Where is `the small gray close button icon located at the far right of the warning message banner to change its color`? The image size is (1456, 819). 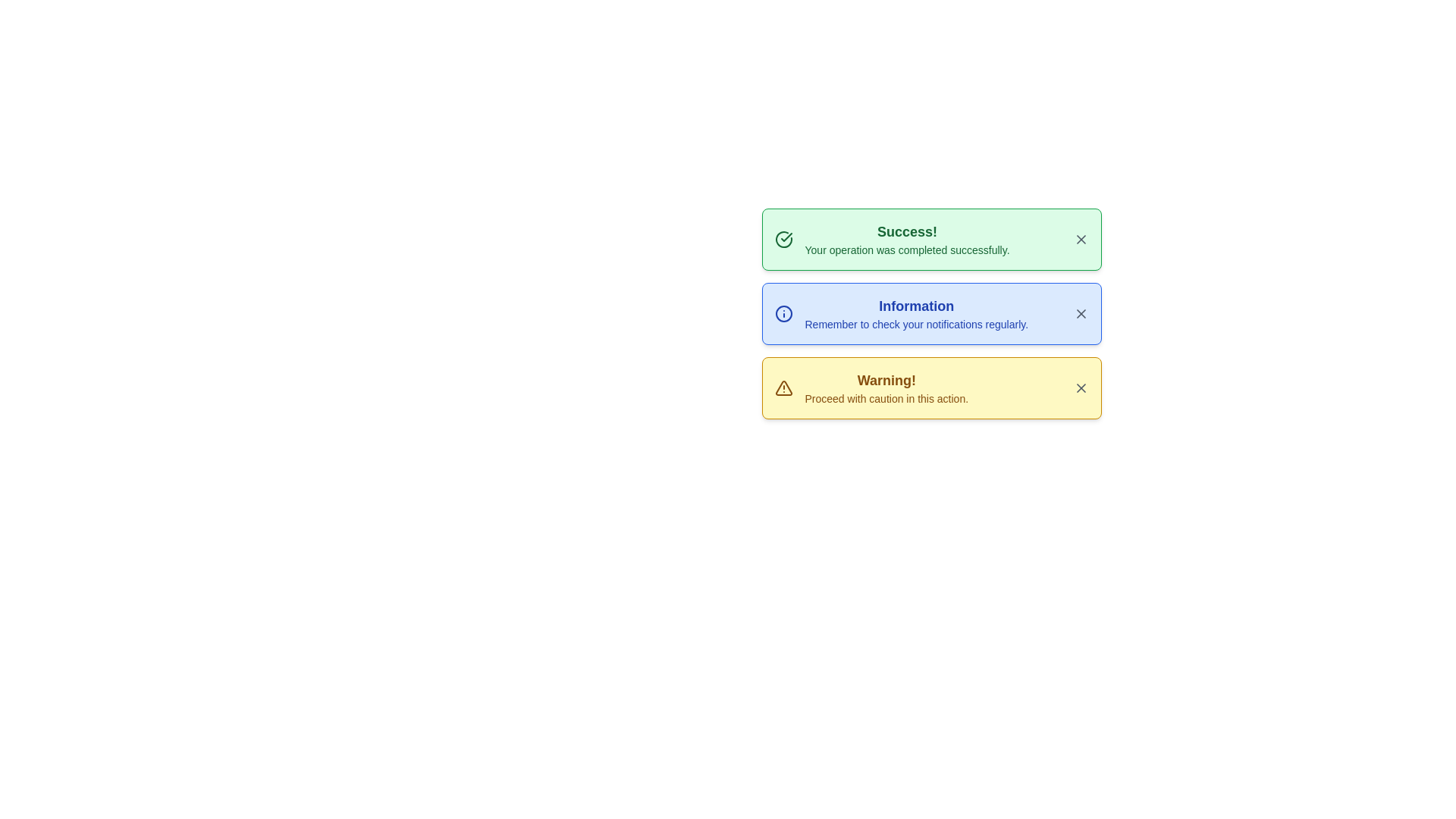 the small gray close button icon located at the far right of the warning message banner to change its color is located at coordinates (1080, 388).